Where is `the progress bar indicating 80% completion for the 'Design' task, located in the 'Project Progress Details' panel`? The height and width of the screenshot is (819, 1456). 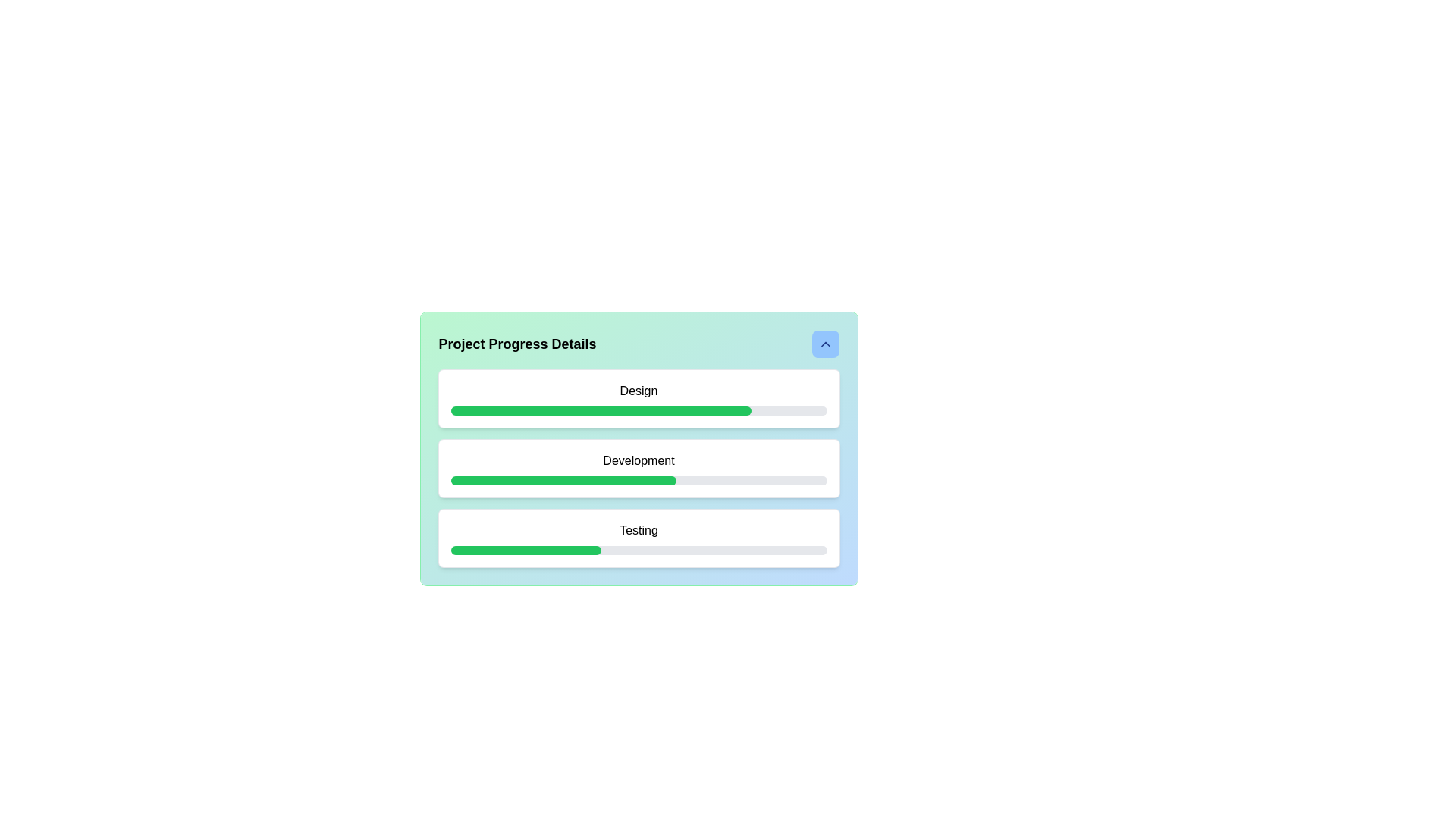
the progress bar indicating 80% completion for the 'Design' task, located in the 'Project Progress Details' panel is located at coordinates (639, 411).